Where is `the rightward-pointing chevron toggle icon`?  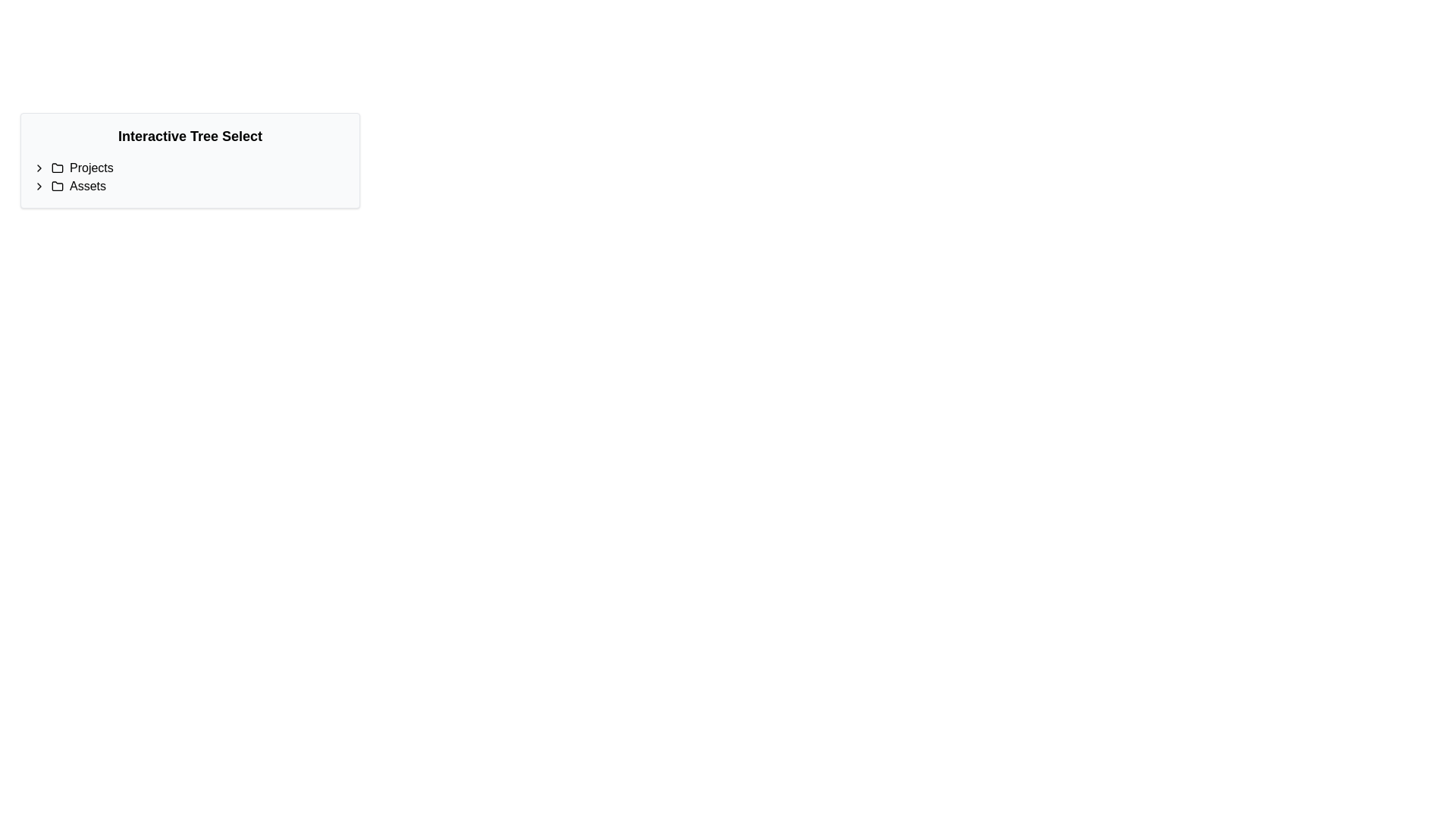
the rightward-pointing chevron toggle icon is located at coordinates (39, 186).